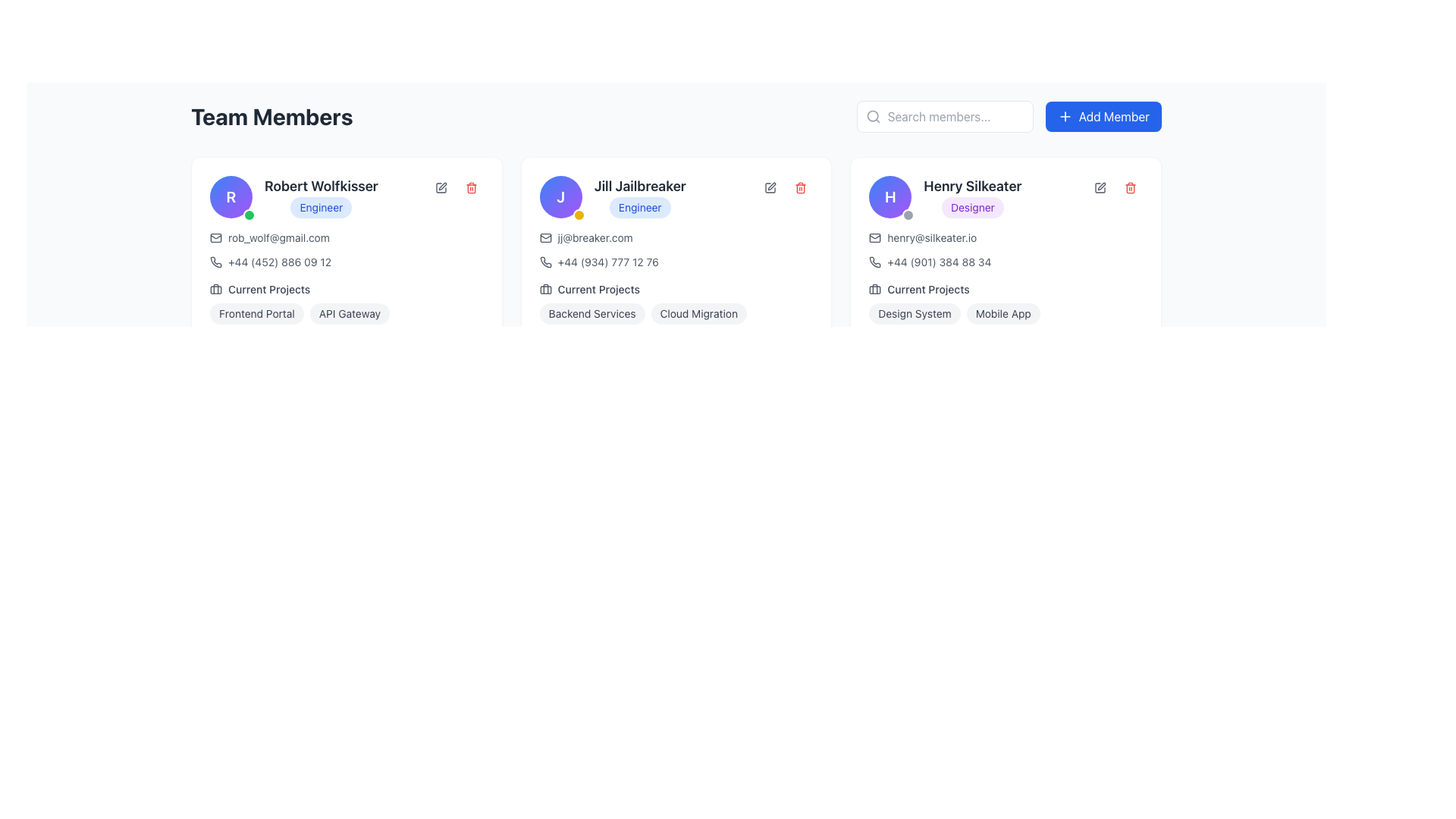 This screenshot has height=819, width=1456. I want to click on the text display element that shows 'Robert Wolfkisser' with a badge labeled 'Engineer', located in the first card of the 'Team Members' section, so click(320, 196).